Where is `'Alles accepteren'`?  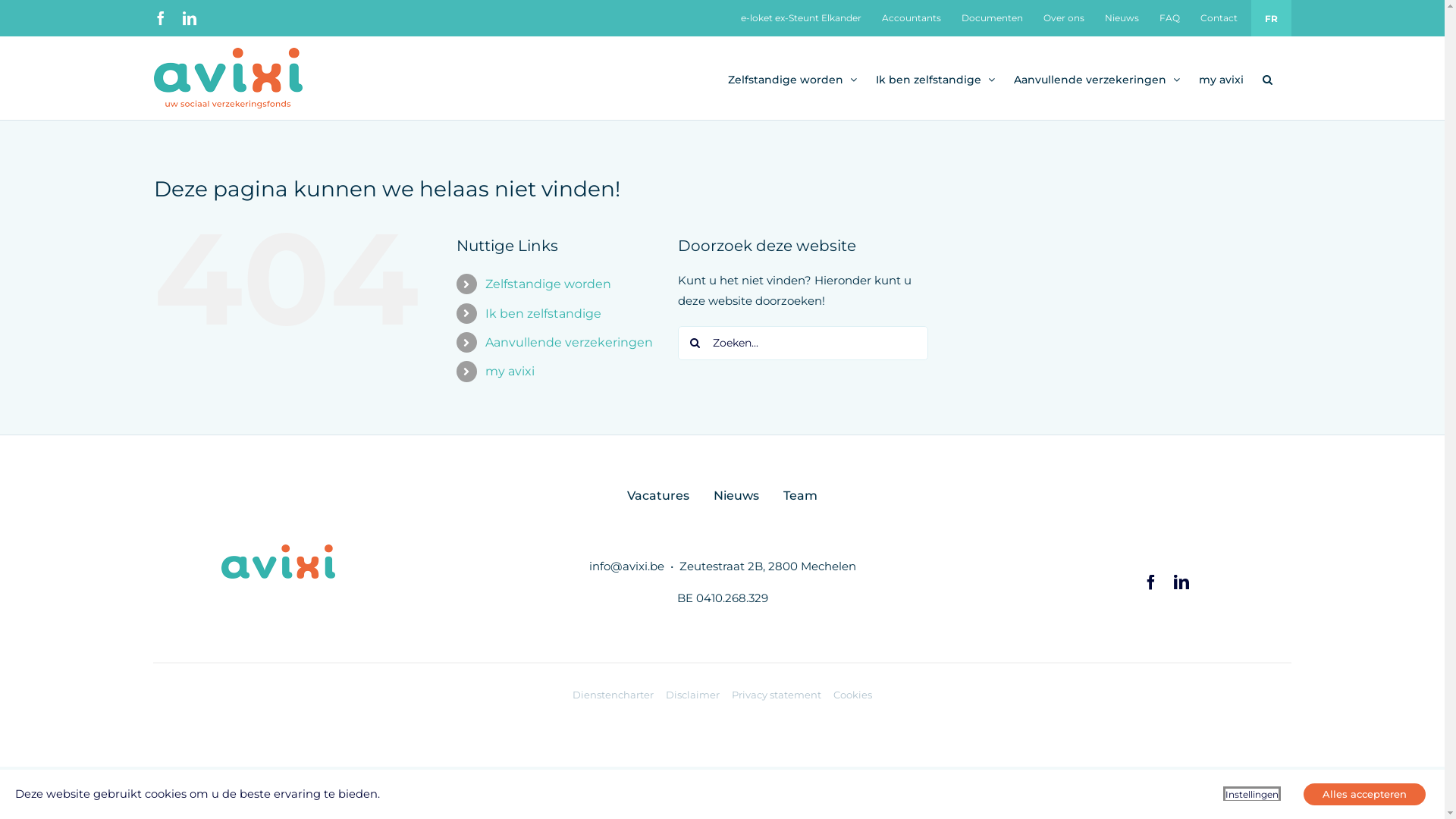
'Alles accepteren' is located at coordinates (1302, 793).